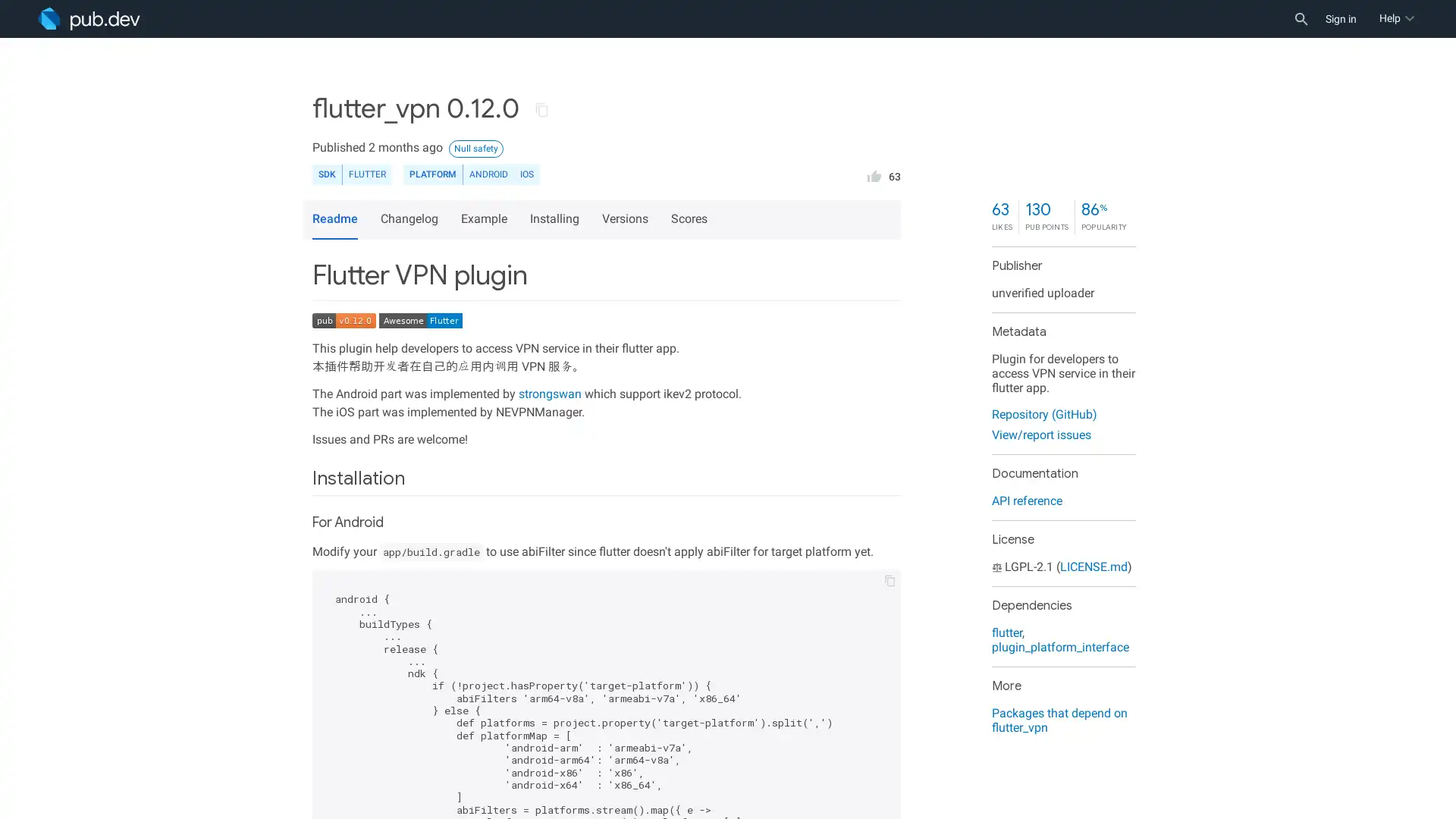  I want to click on Like this package, so click(874, 174).